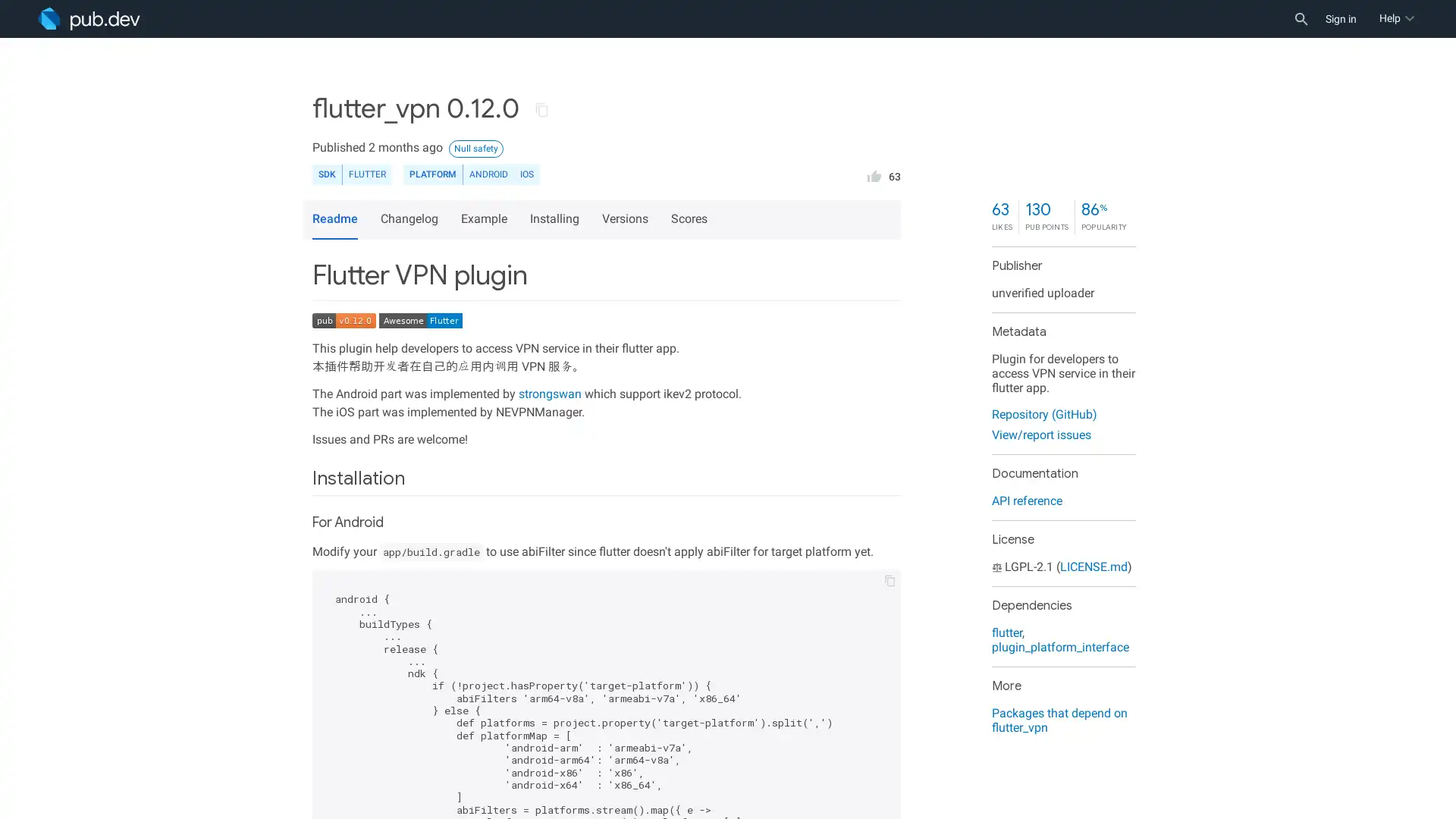  I want to click on Like this package, so click(874, 174).